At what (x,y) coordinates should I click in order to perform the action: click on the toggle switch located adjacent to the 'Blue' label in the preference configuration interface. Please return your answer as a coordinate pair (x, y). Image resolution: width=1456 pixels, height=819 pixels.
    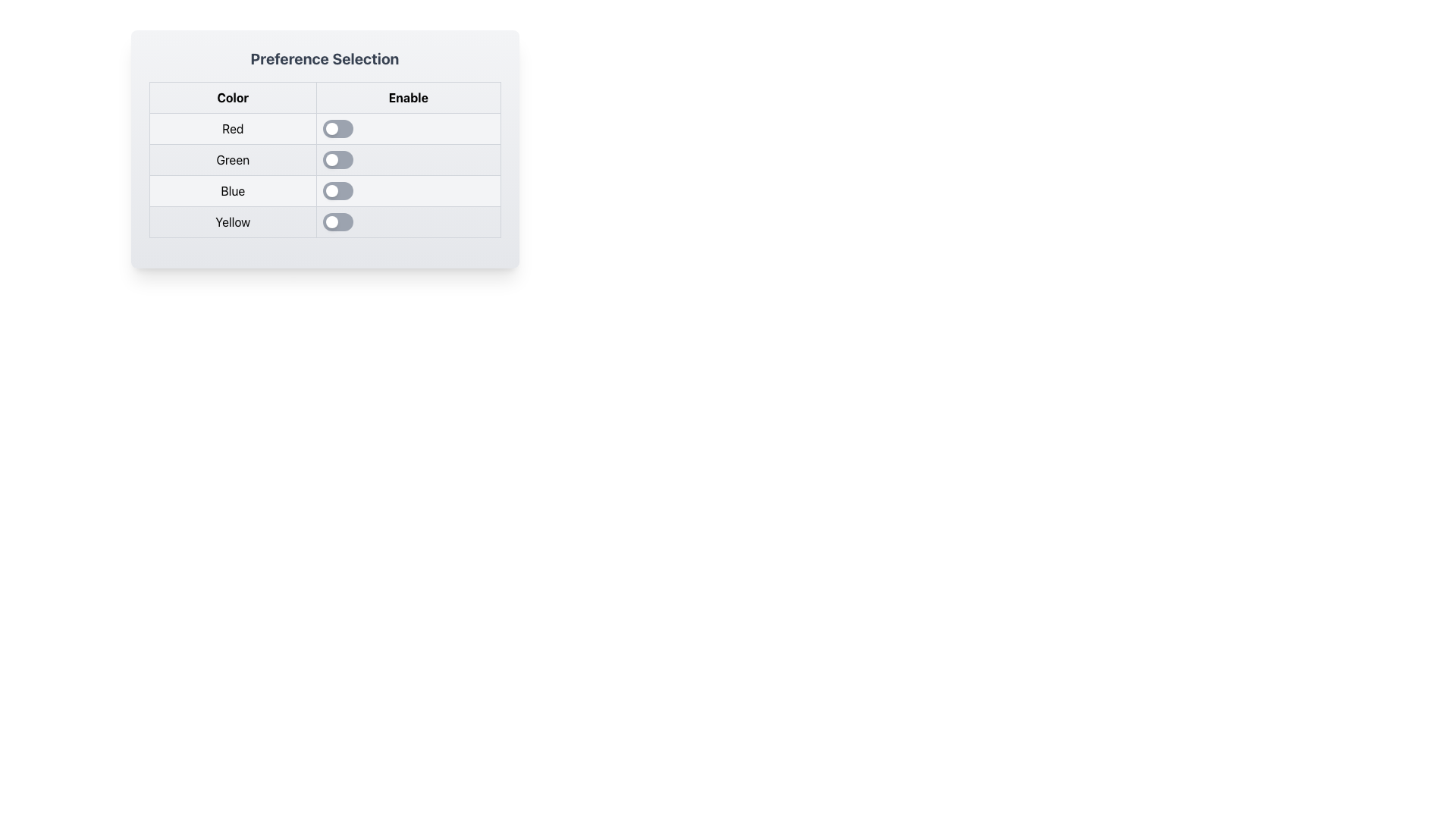
    Looking at the image, I should click on (324, 190).